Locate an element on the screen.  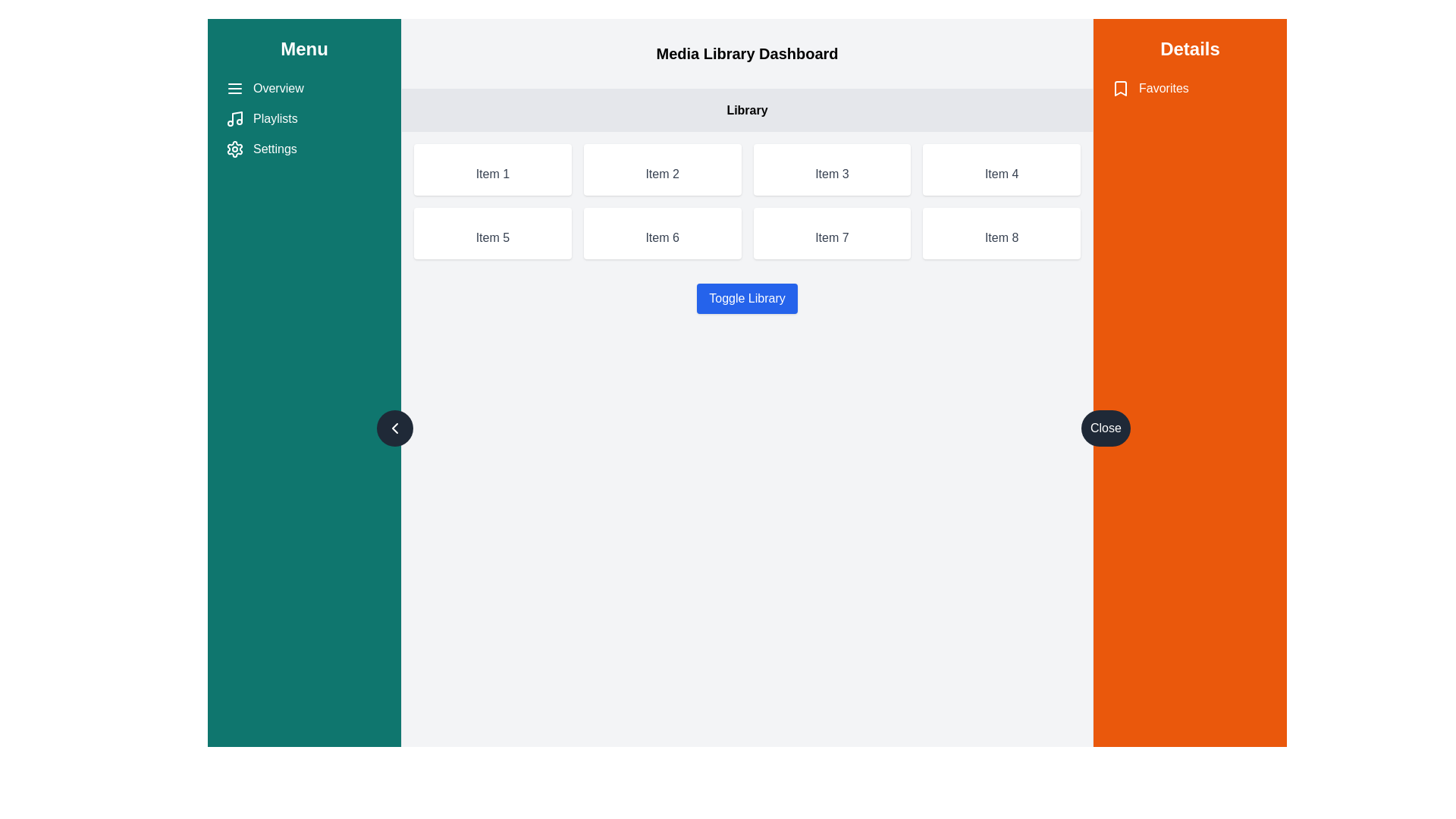
the bookmark icon located in the details panel on the right side of the interface, adjacent to the 'Favorites' label to interact with it is located at coordinates (1121, 88).